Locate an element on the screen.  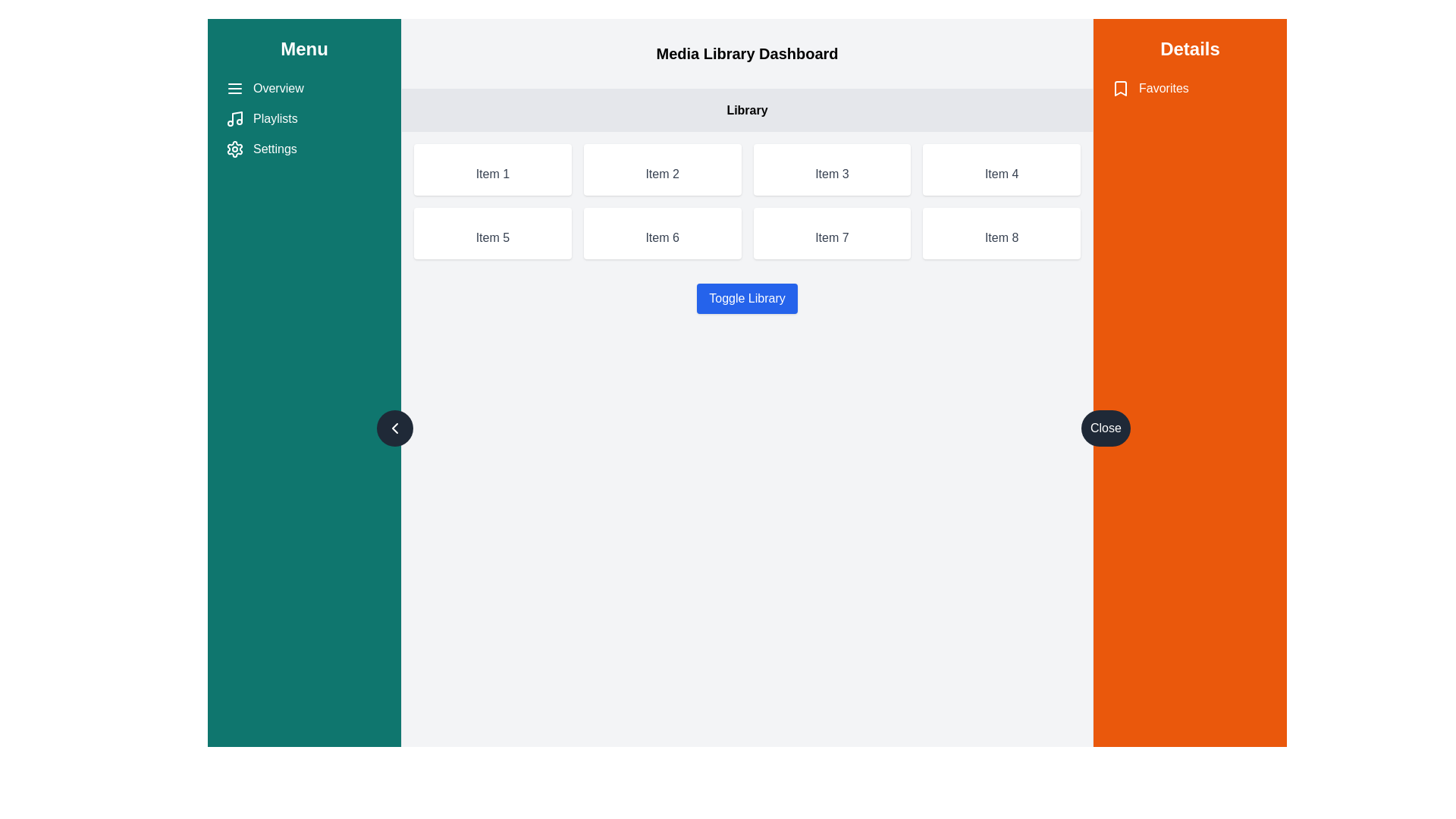
the bookmark icon located in the details panel on the right side of the interface, adjacent to the 'Favorites' label to interact with it is located at coordinates (1121, 88).